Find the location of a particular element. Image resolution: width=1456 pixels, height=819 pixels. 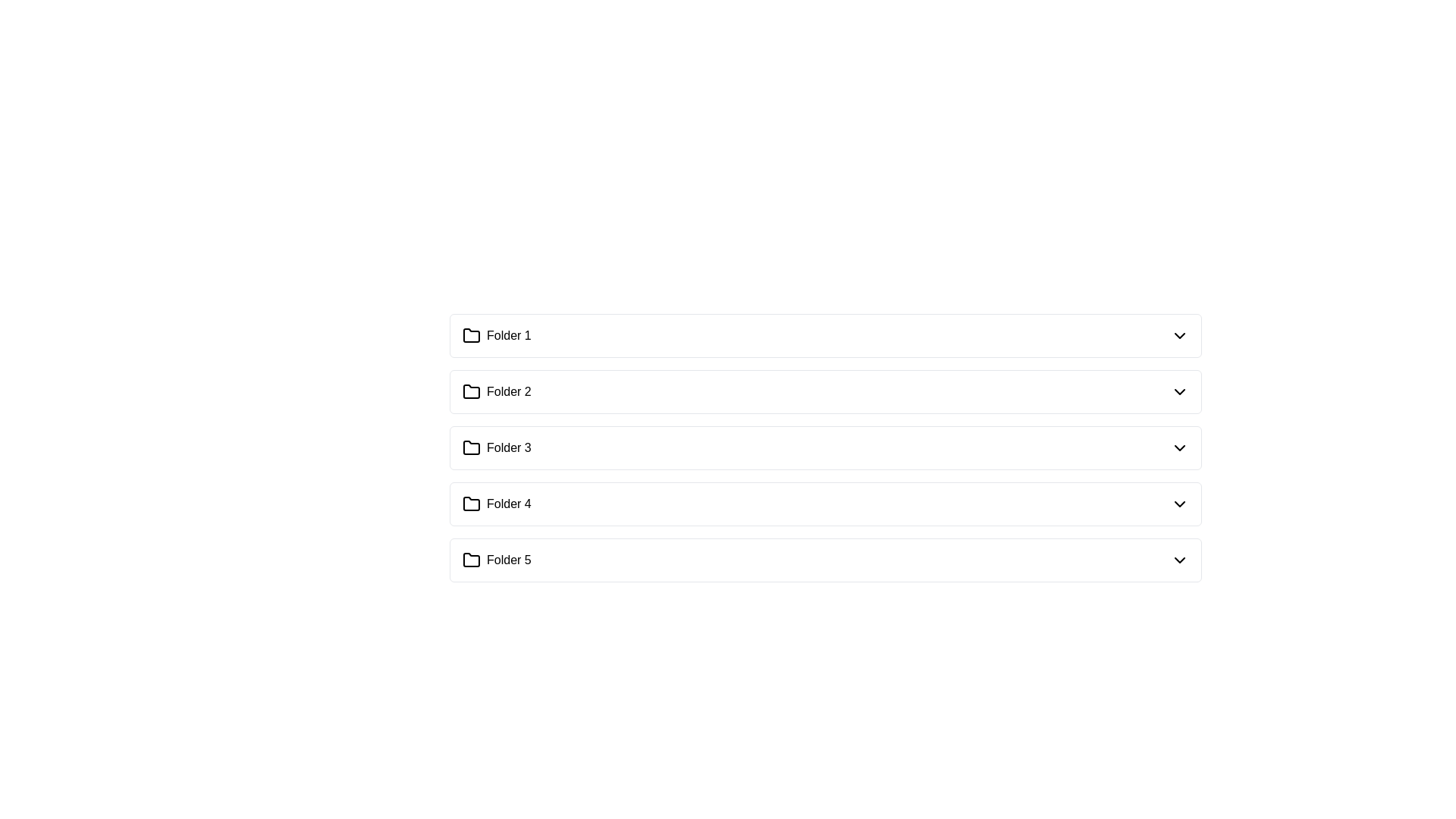

the text label that identifies the associated folder icon as 'Folder 3', located in the third row of folder items, to the right of the folder icon is located at coordinates (509, 447).